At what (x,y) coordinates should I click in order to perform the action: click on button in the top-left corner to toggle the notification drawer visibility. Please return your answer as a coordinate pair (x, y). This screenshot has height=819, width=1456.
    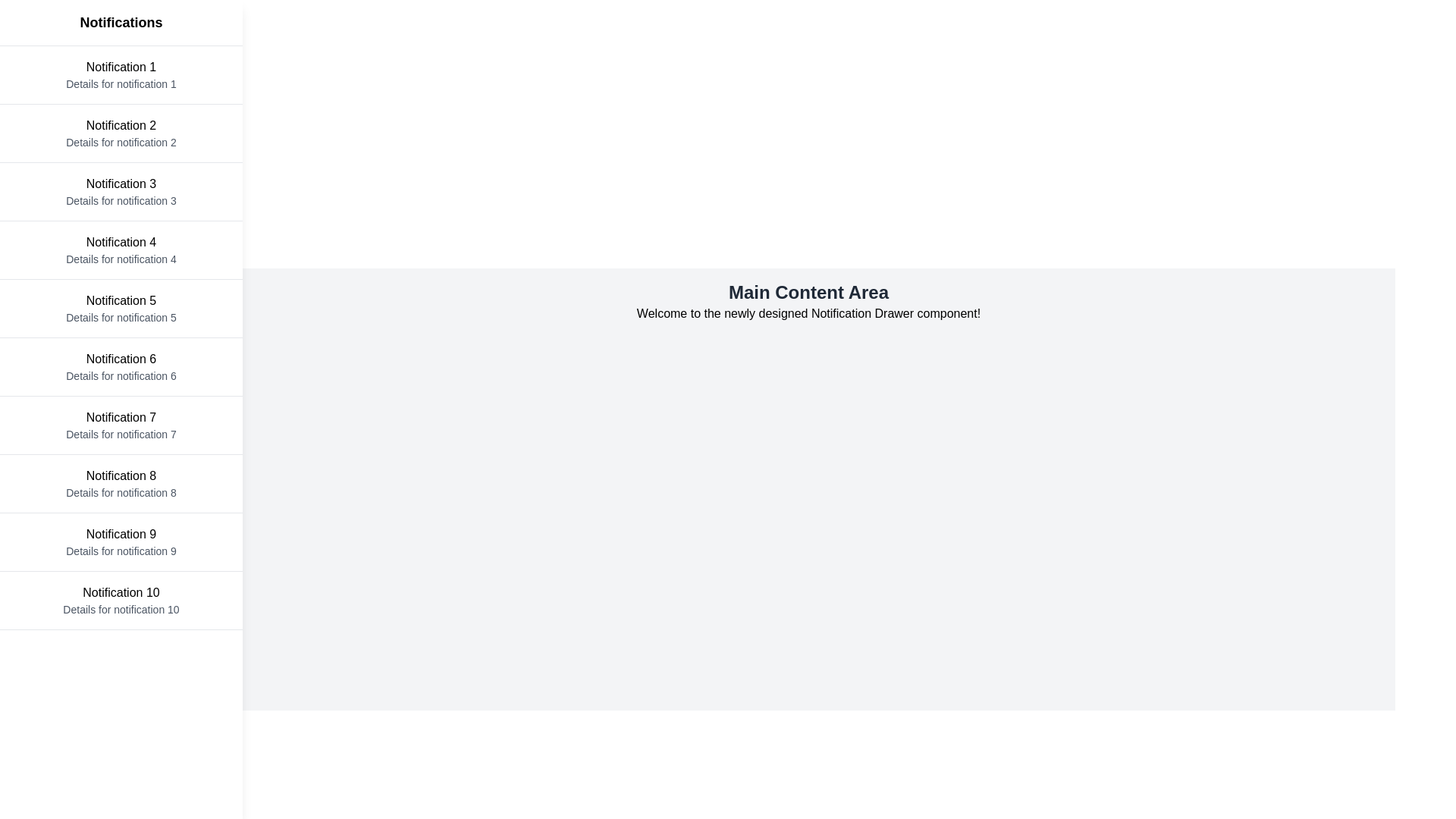
    Looking at the image, I should click on (29, 29).